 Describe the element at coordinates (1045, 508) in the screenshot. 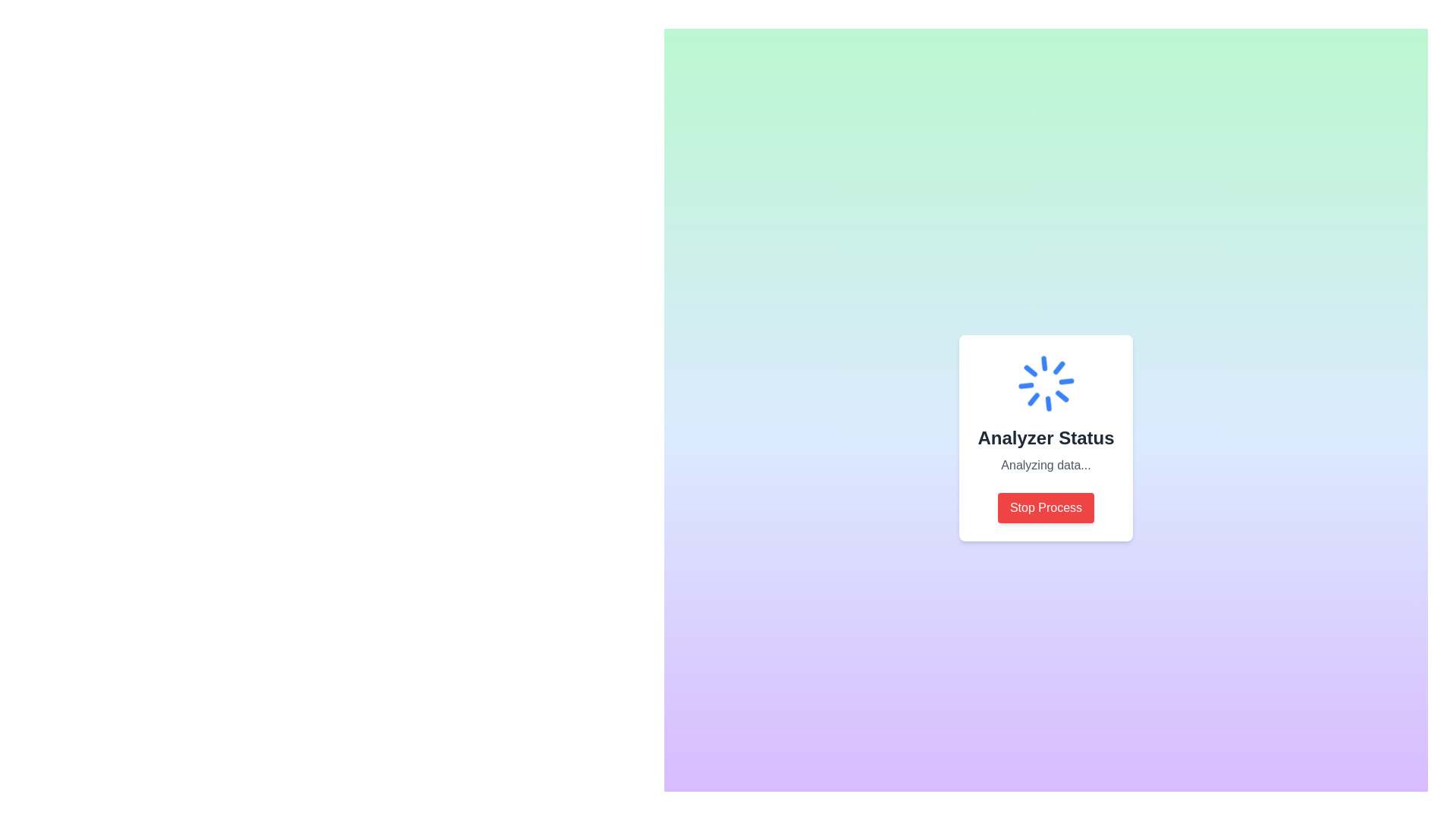

I see `the button that interrupts or ends the process related to the analyzer status, located within a white card below the 'Analyzer Status' title and 'Analyzing data...' subtitle` at that location.